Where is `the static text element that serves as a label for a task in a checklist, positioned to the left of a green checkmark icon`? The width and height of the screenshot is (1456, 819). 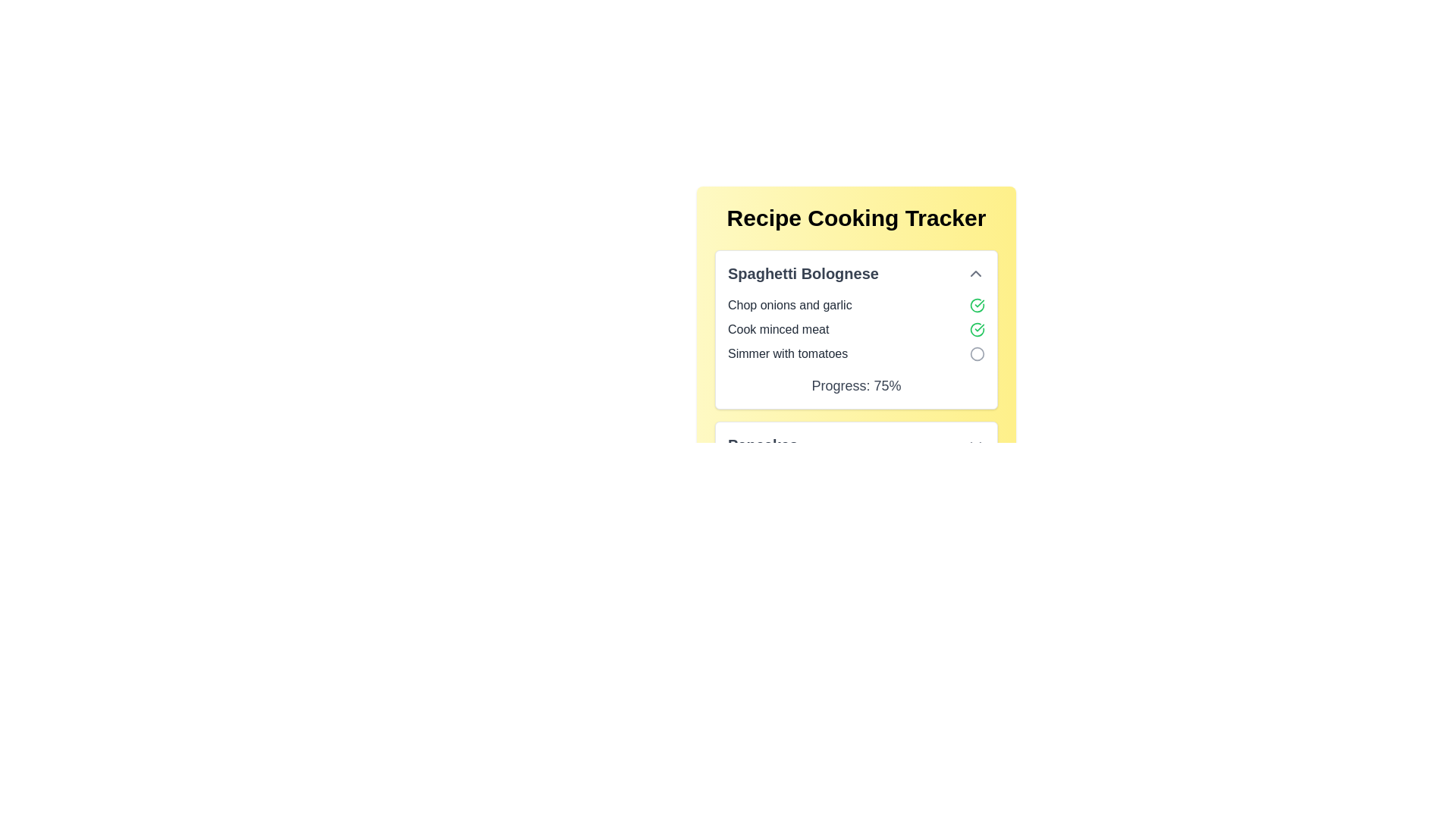
the static text element that serves as a label for a task in a checklist, positioned to the left of a green checkmark icon is located at coordinates (789, 305).